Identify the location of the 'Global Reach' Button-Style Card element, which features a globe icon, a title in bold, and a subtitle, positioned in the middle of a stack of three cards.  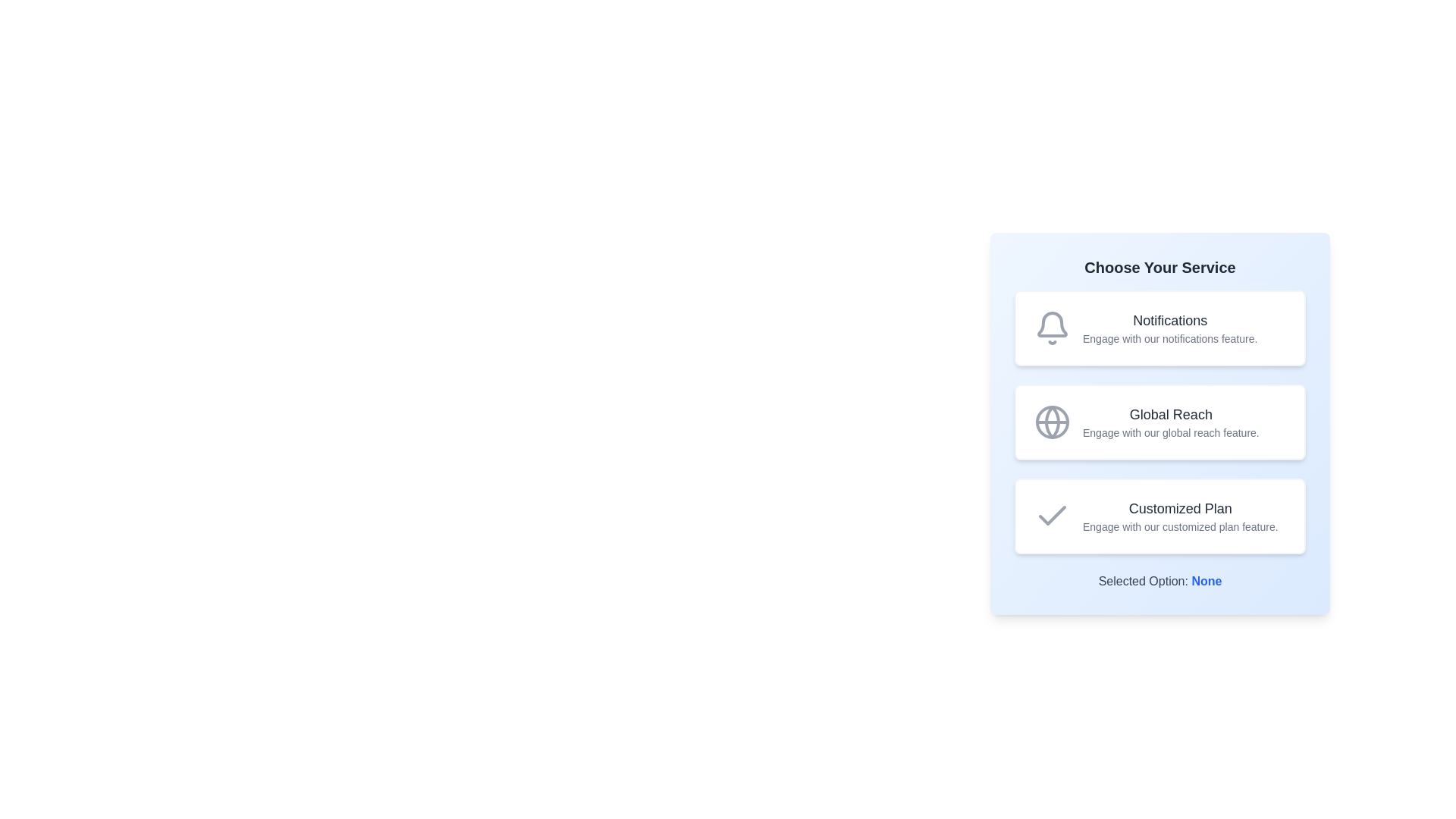
(1159, 422).